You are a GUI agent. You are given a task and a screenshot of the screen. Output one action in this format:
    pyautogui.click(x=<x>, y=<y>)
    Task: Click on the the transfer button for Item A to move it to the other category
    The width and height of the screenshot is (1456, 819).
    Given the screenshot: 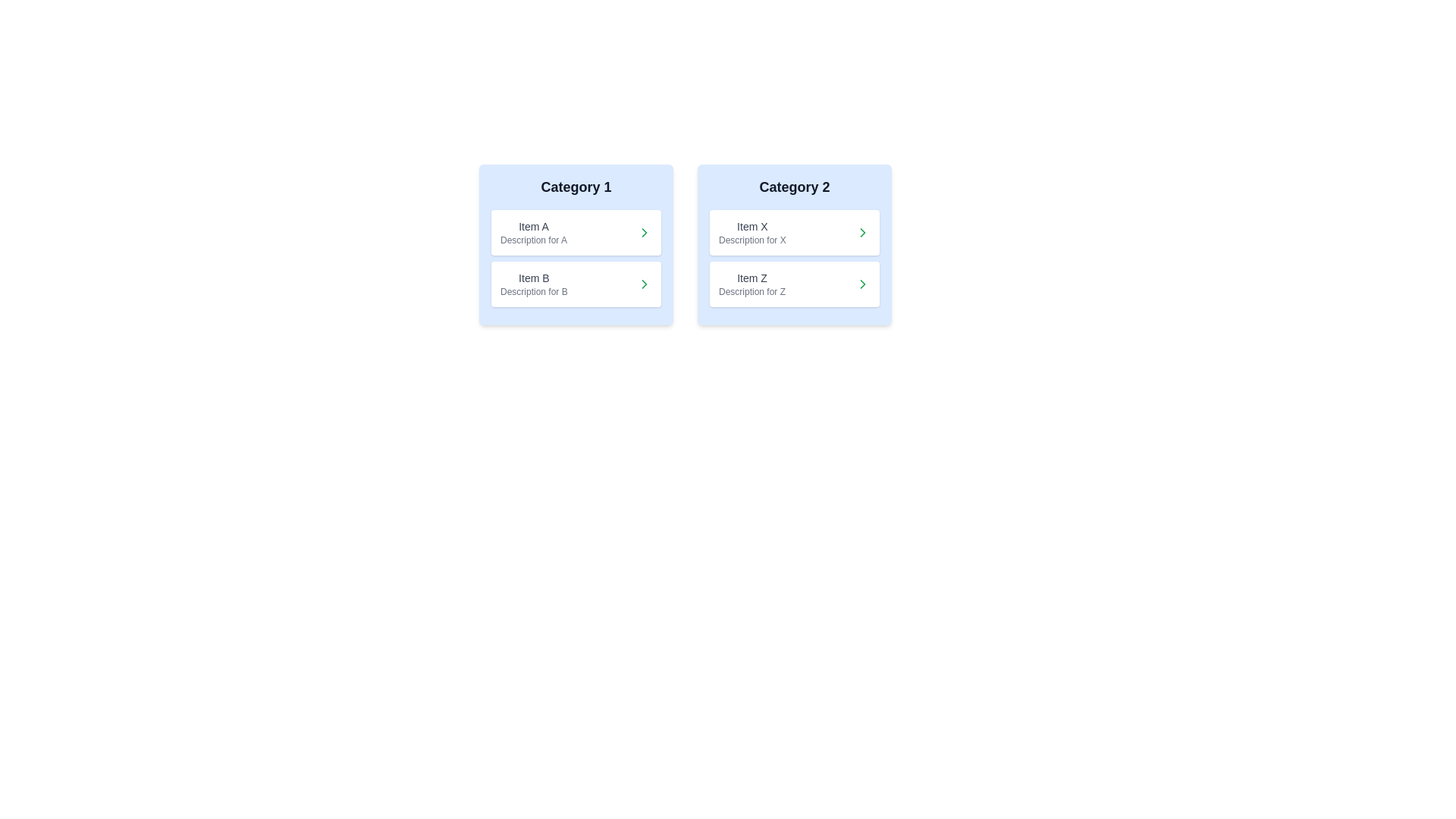 What is the action you would take?
    pyautogui.click(x=644, y=233)
    